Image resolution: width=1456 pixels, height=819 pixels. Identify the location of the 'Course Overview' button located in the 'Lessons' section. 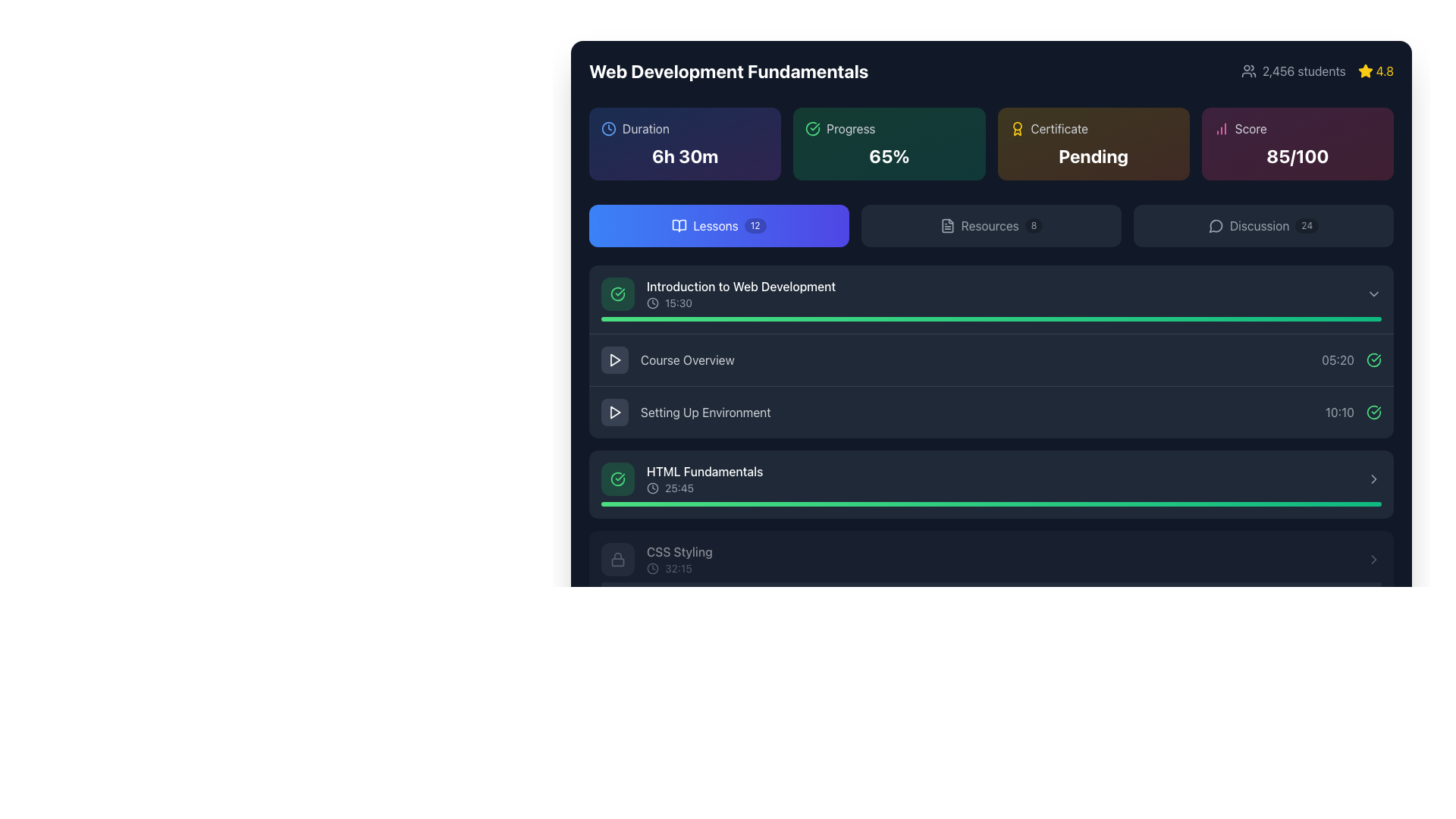
(667, 359).